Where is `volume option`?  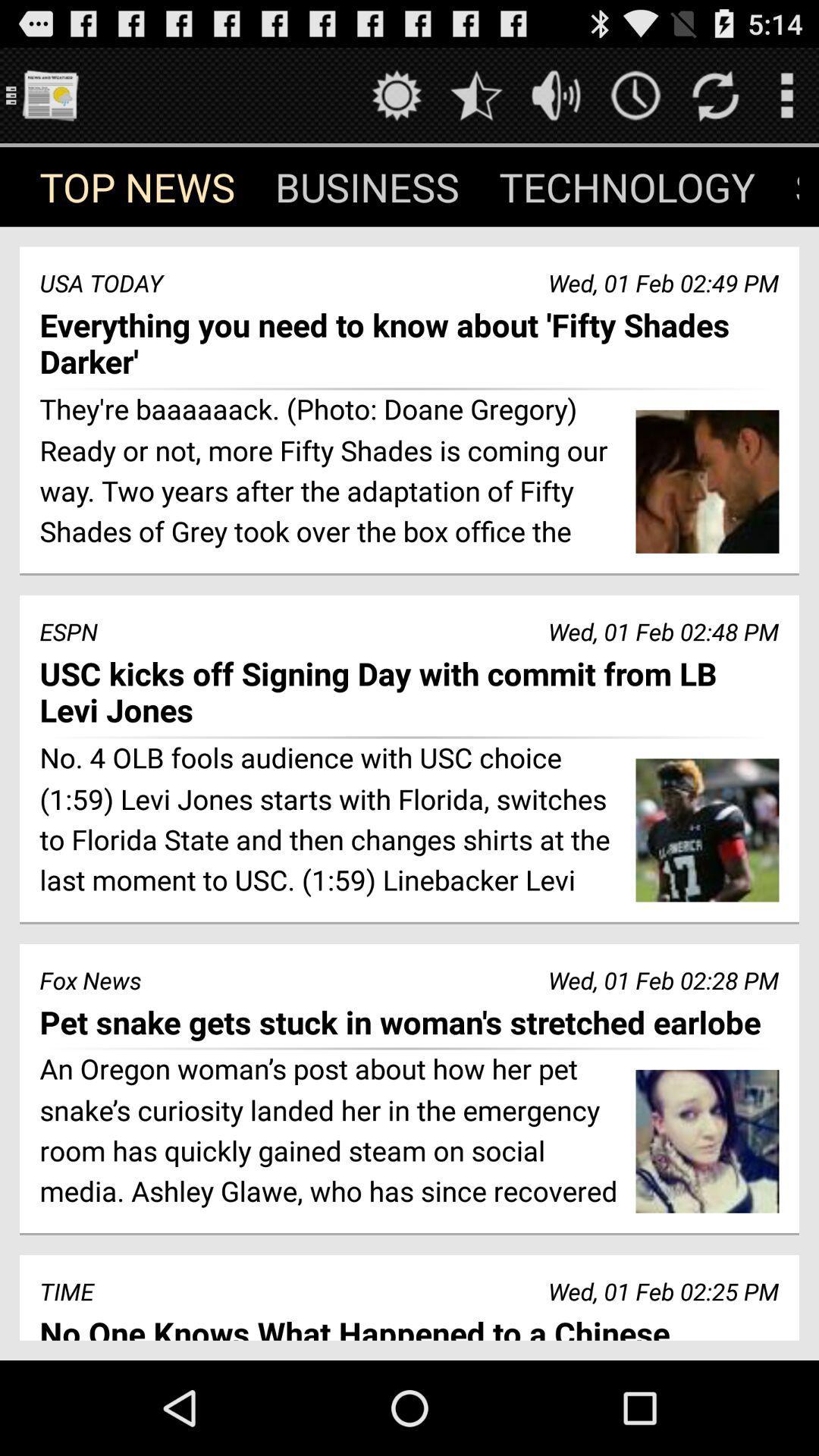 volume option is located at coordinates (556, 94).